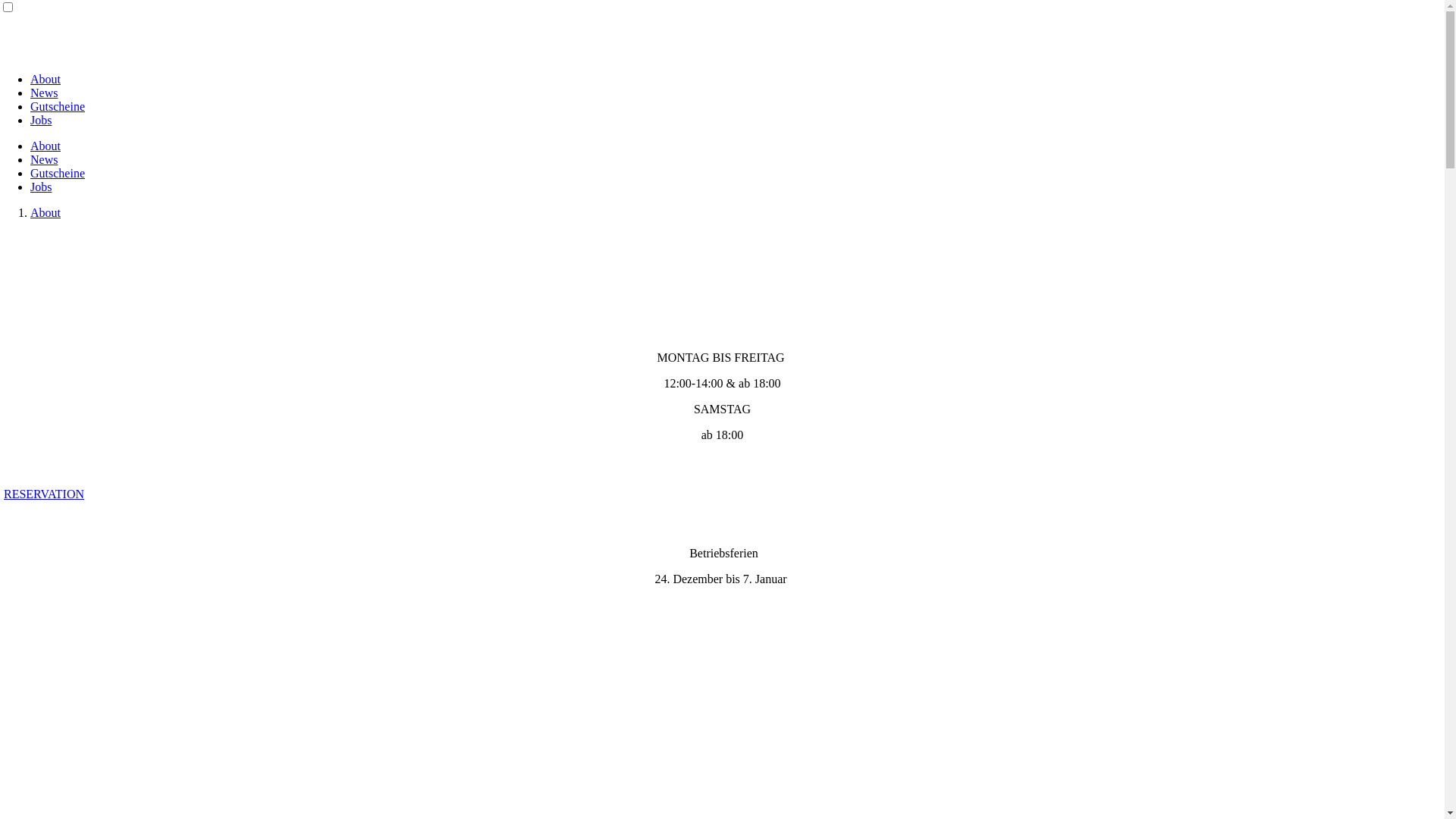 This screenshot has width=1456, height=819. Describe the element at coordinates (40, 186) in the screenshot. I see `'Jobs'` at that location.